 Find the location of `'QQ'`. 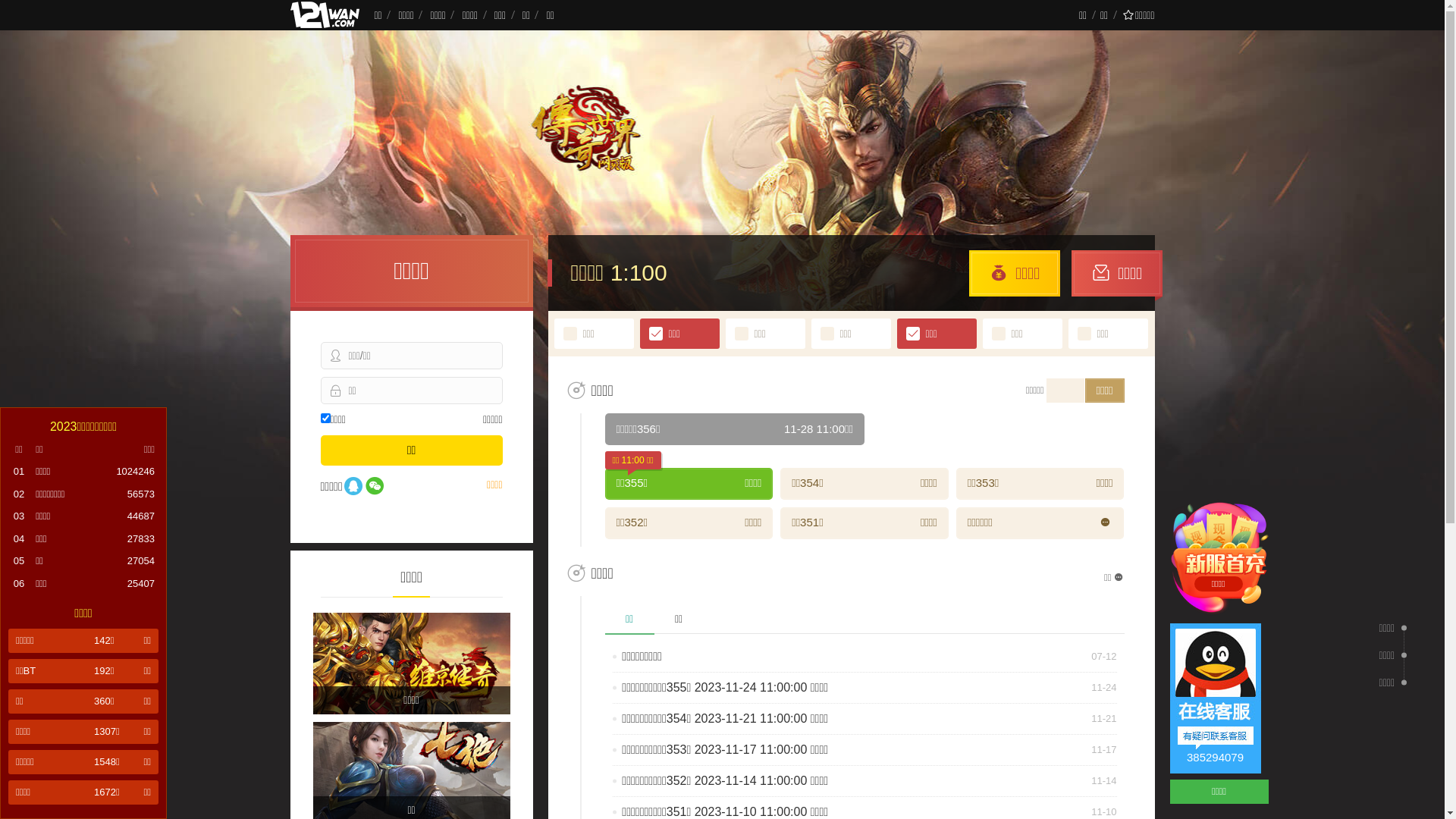

'QQ' is located at coordinates (352, 486).